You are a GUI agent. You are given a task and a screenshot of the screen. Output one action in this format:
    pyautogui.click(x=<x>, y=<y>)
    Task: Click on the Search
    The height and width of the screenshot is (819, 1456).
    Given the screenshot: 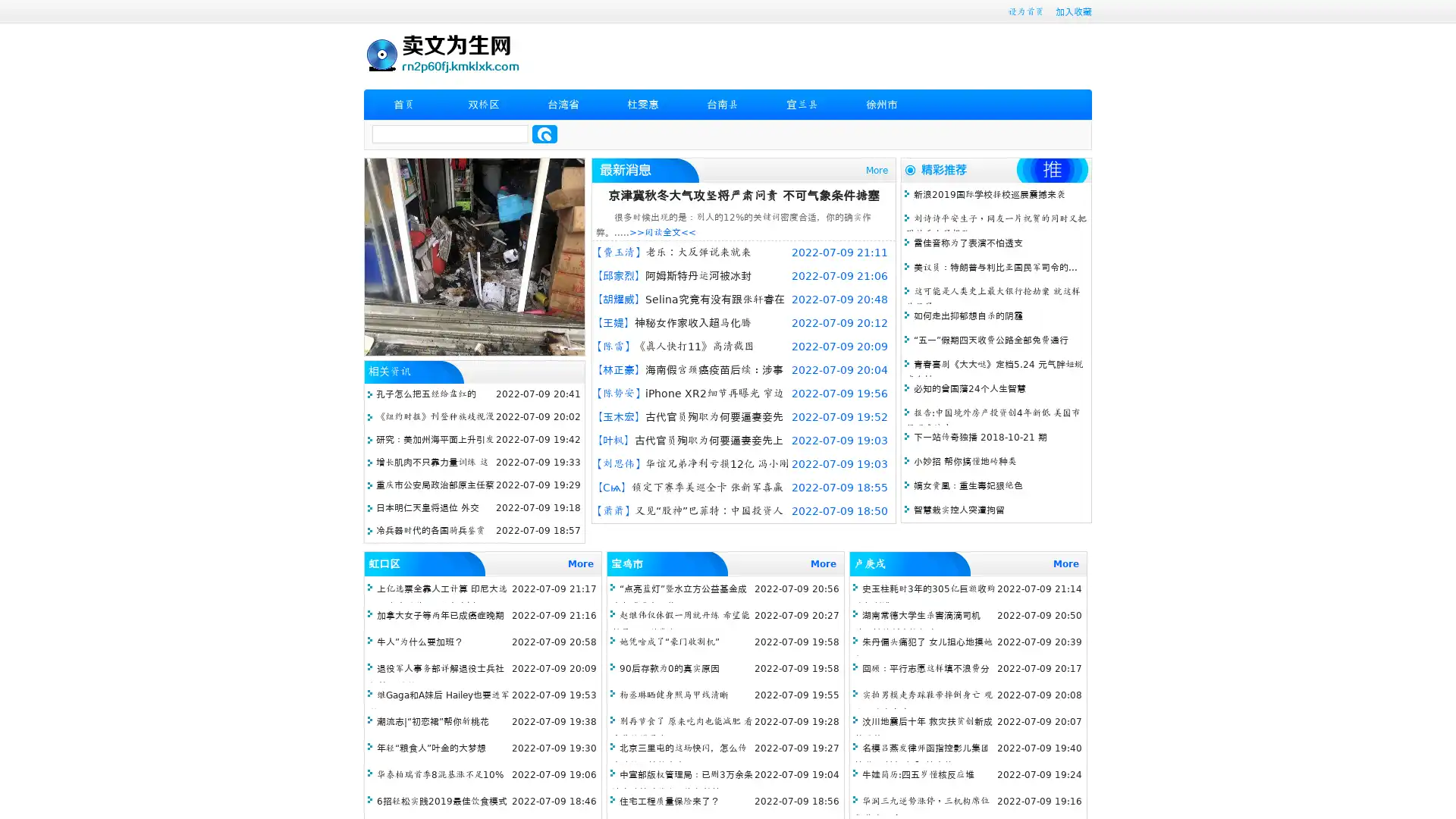 What is the action you would take?
    pyautogui.click(x=544, y=133)
    